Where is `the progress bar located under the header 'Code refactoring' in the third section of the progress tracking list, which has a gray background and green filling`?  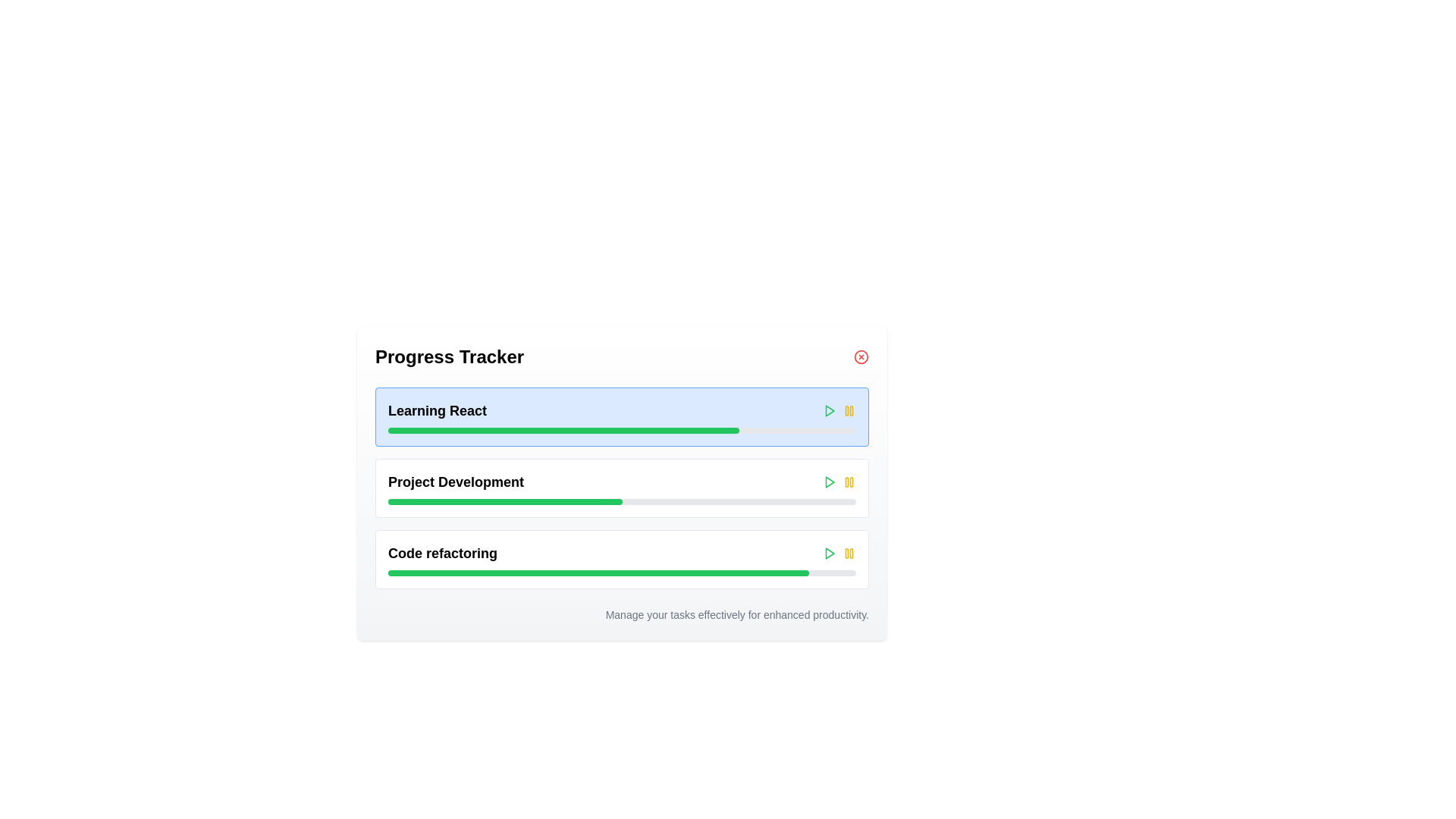
the progress bar located under the header 'Code refactoring' in the third section of the progress tracking list, which has a gray background and green filling is located at coordinates (622, 573).